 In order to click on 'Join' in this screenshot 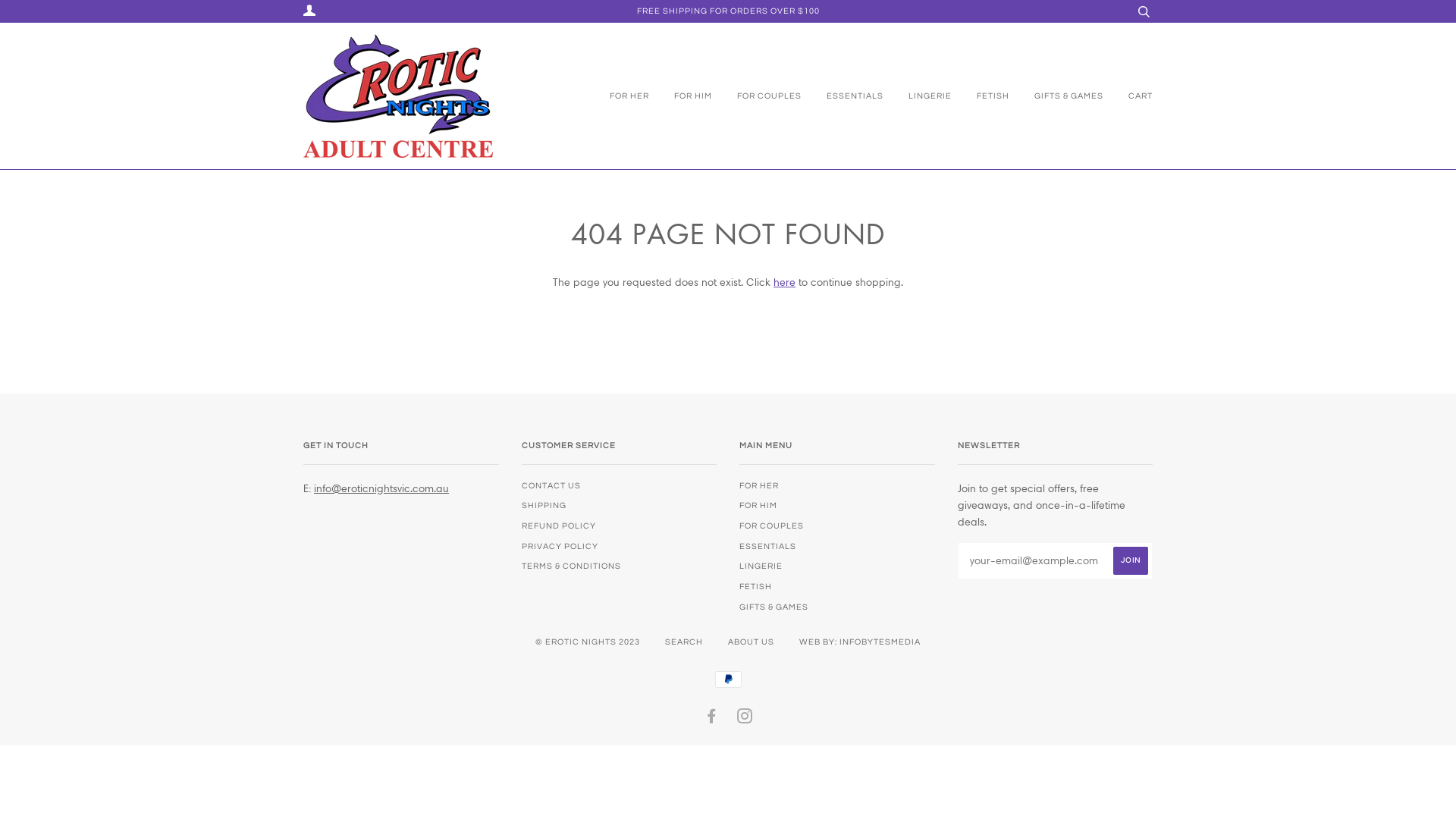, I will do `click(1131, 560)`.